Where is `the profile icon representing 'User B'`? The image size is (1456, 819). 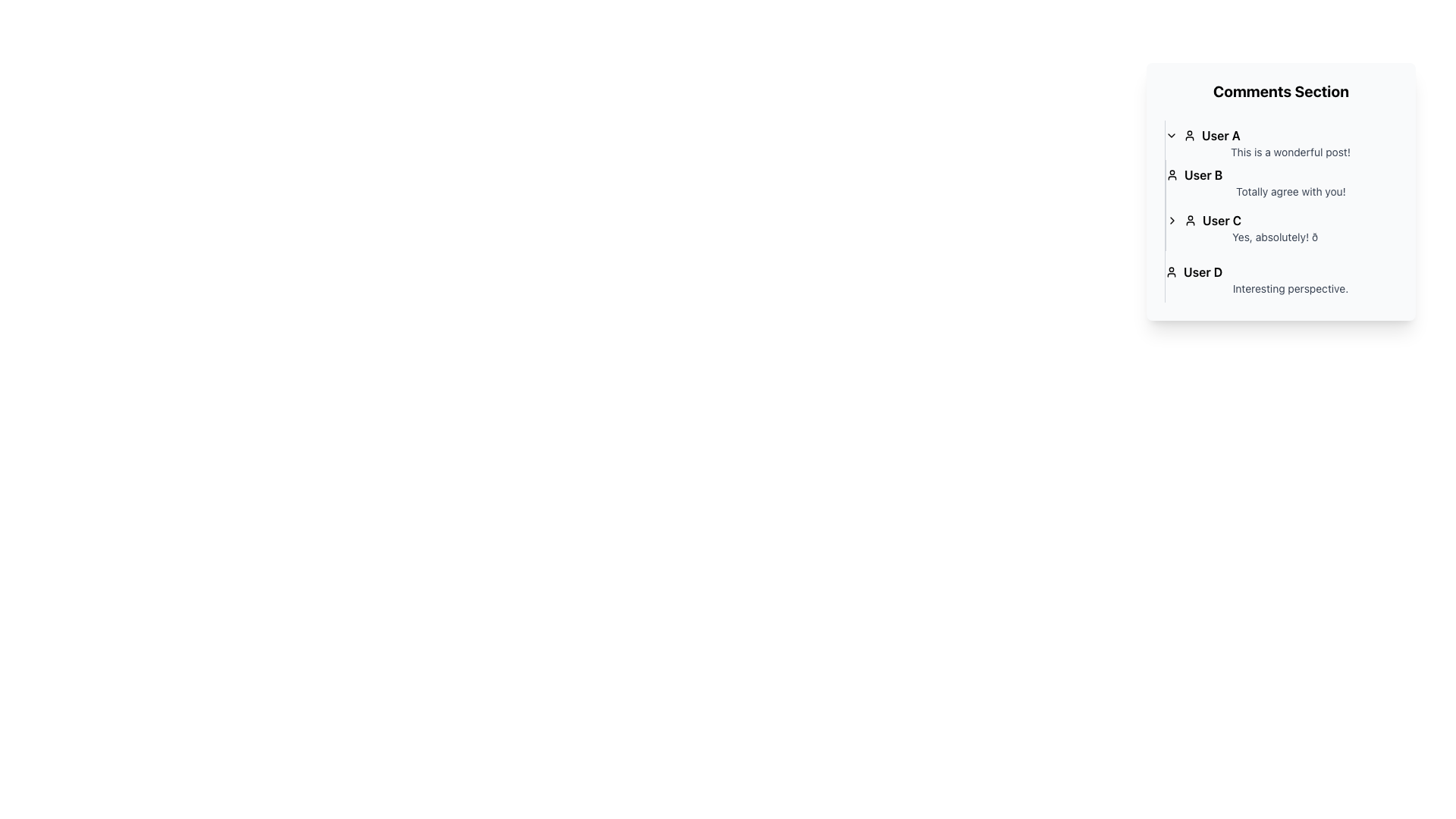 the profile icon representing 'User B' is located at coordinates (1171, 174).